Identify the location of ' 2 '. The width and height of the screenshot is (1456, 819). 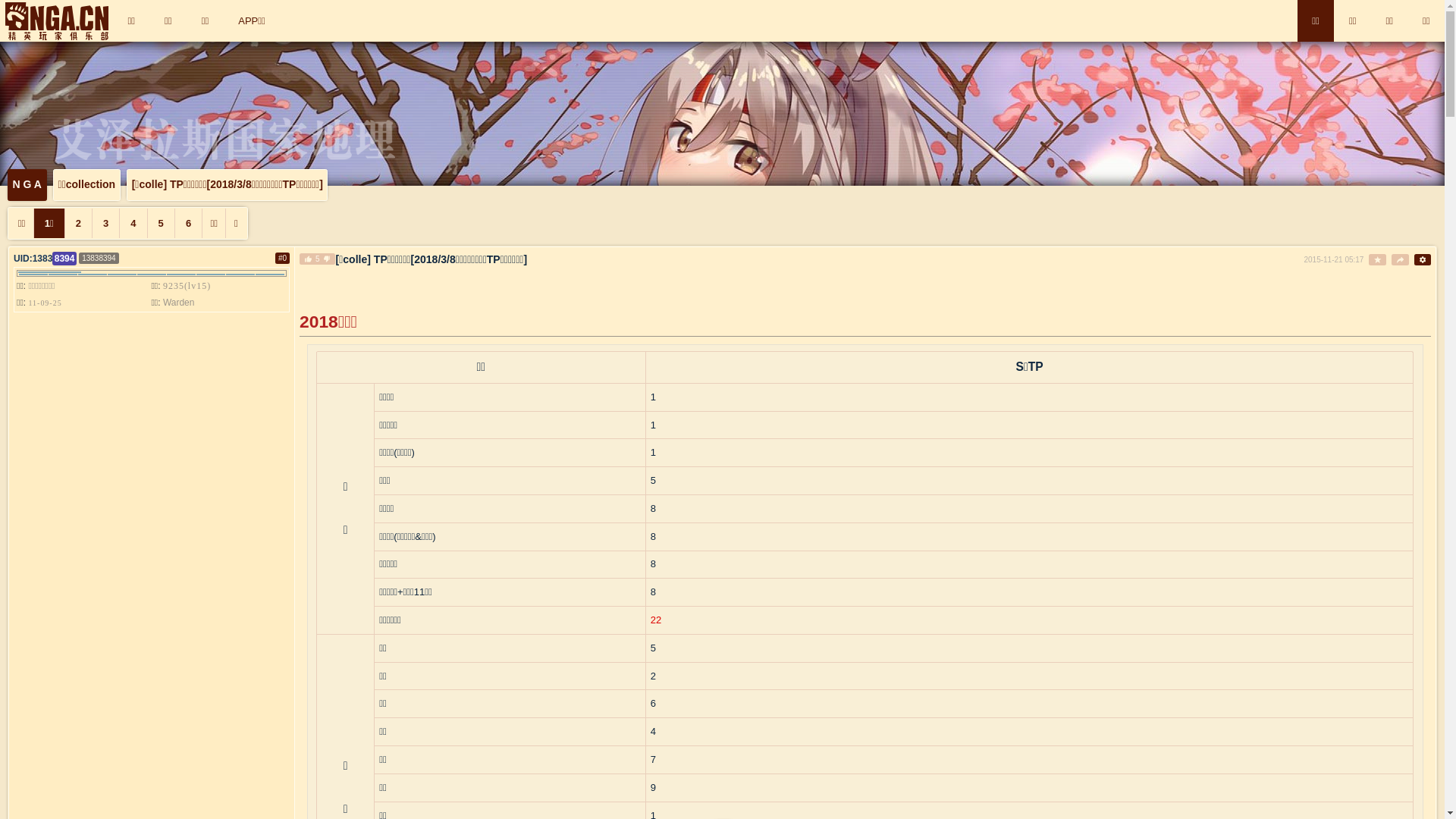
(77, 223).